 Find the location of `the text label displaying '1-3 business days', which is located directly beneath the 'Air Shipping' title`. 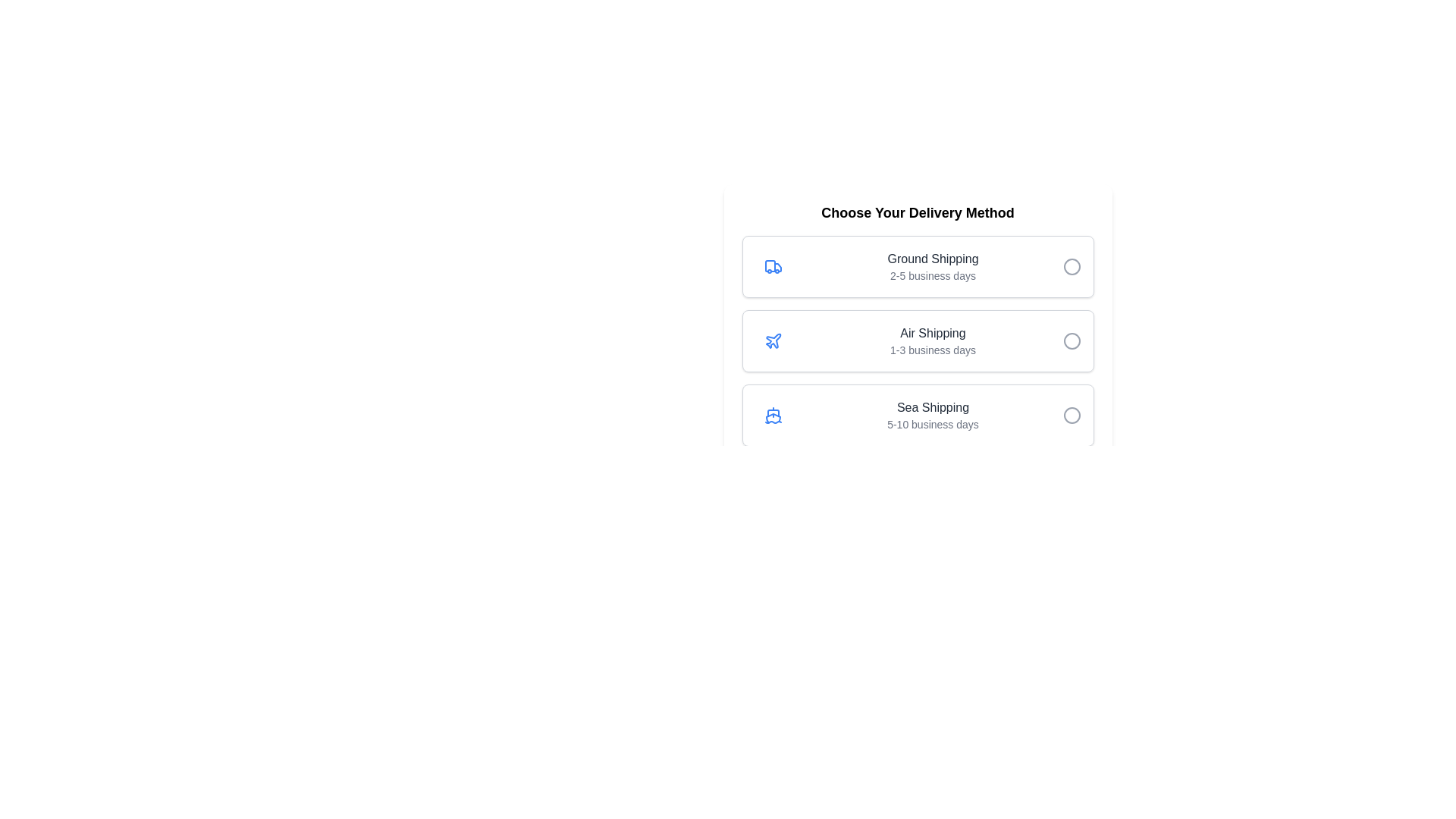

the text label displaying '1-3 business days', which is located directly beneath the 'Air Shipping' title is located at coordinates (932, 350).